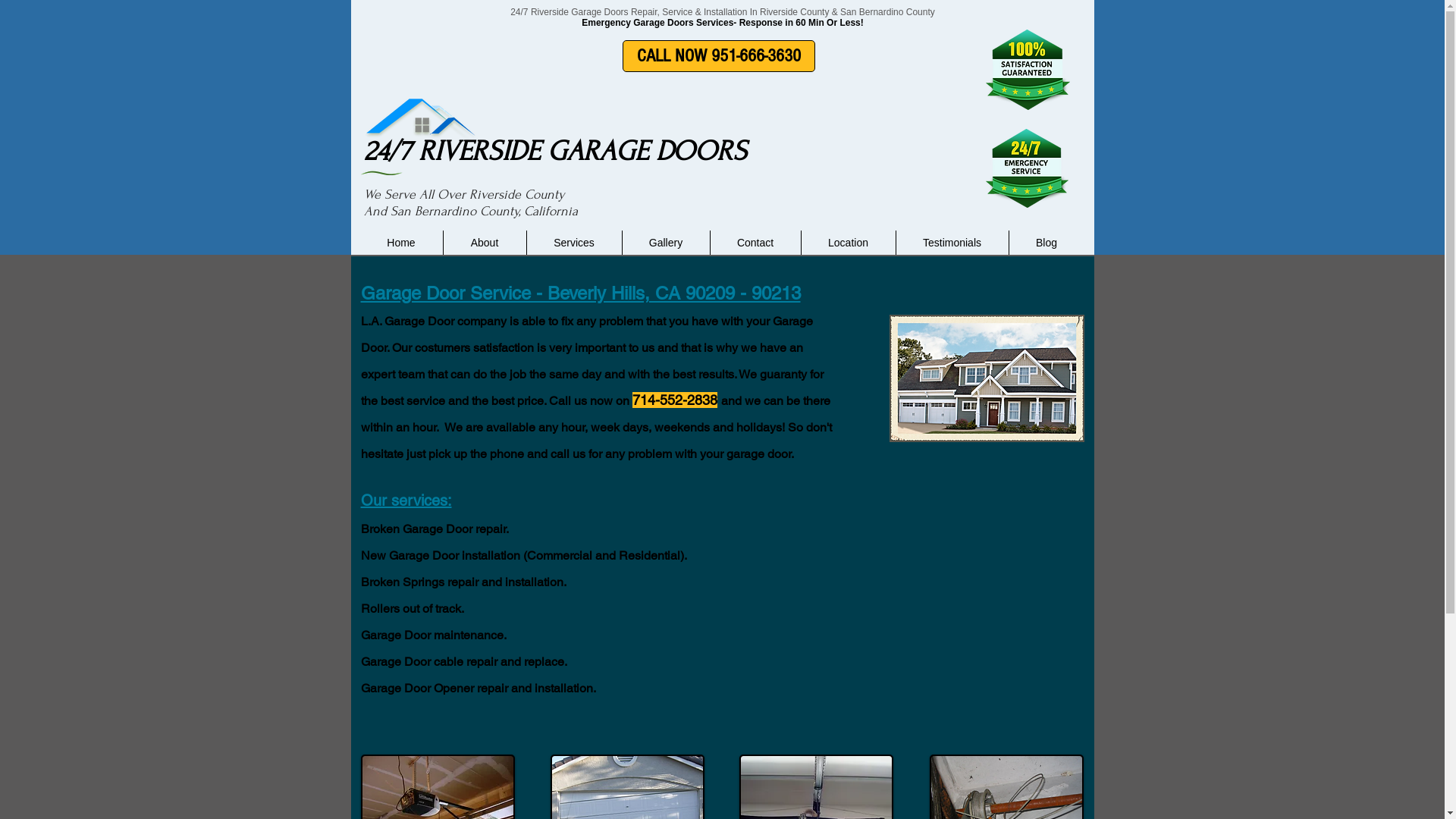 The image size is (1456, 819). Describe the element at coordinates (1008, 242) in the screenshot. I see `'Blog'` at that location.